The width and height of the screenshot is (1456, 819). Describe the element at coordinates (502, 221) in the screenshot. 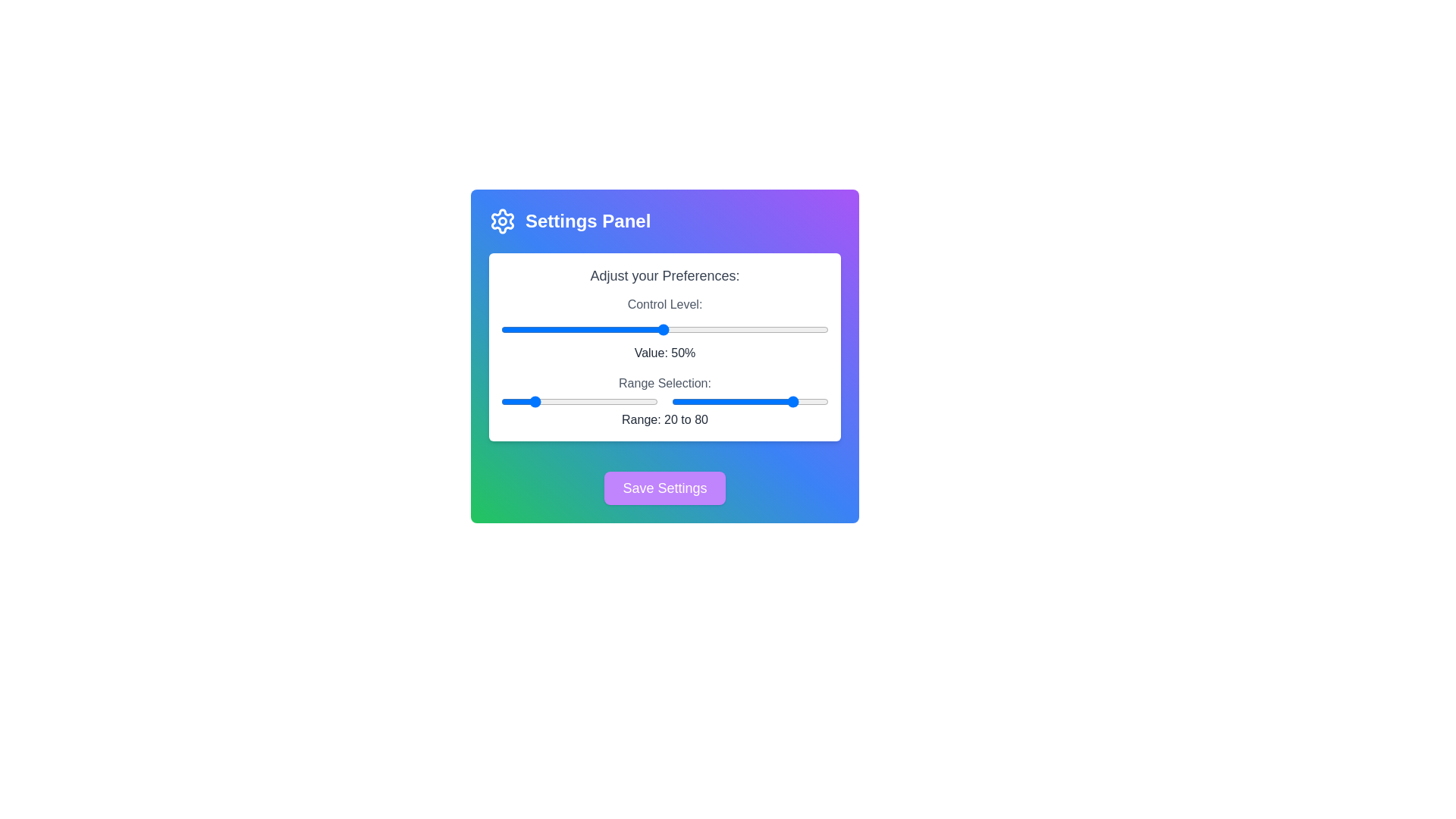

I see `the circular icon component located at the center of the gear icon in the settings panel` at that location.